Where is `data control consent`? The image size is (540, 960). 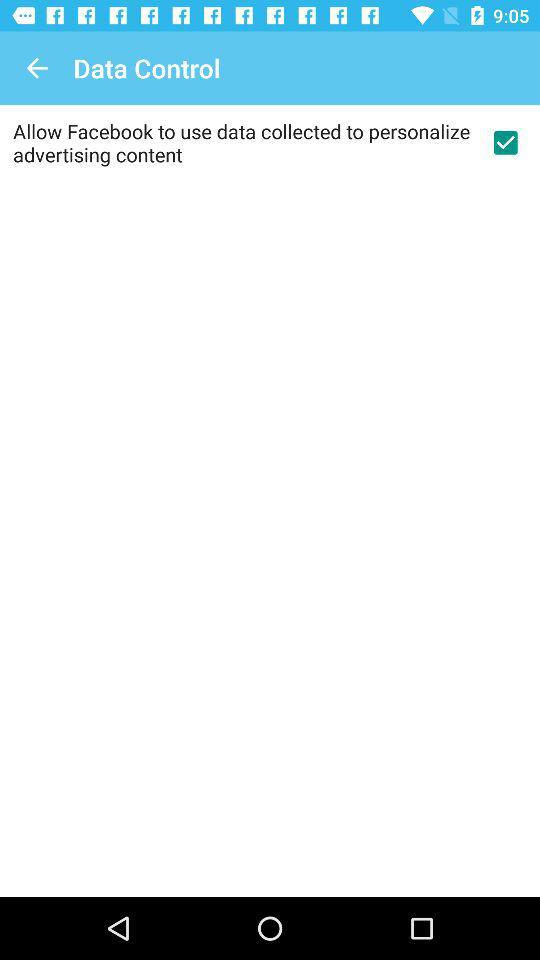 data control consent is located at coordinates (504, 141).